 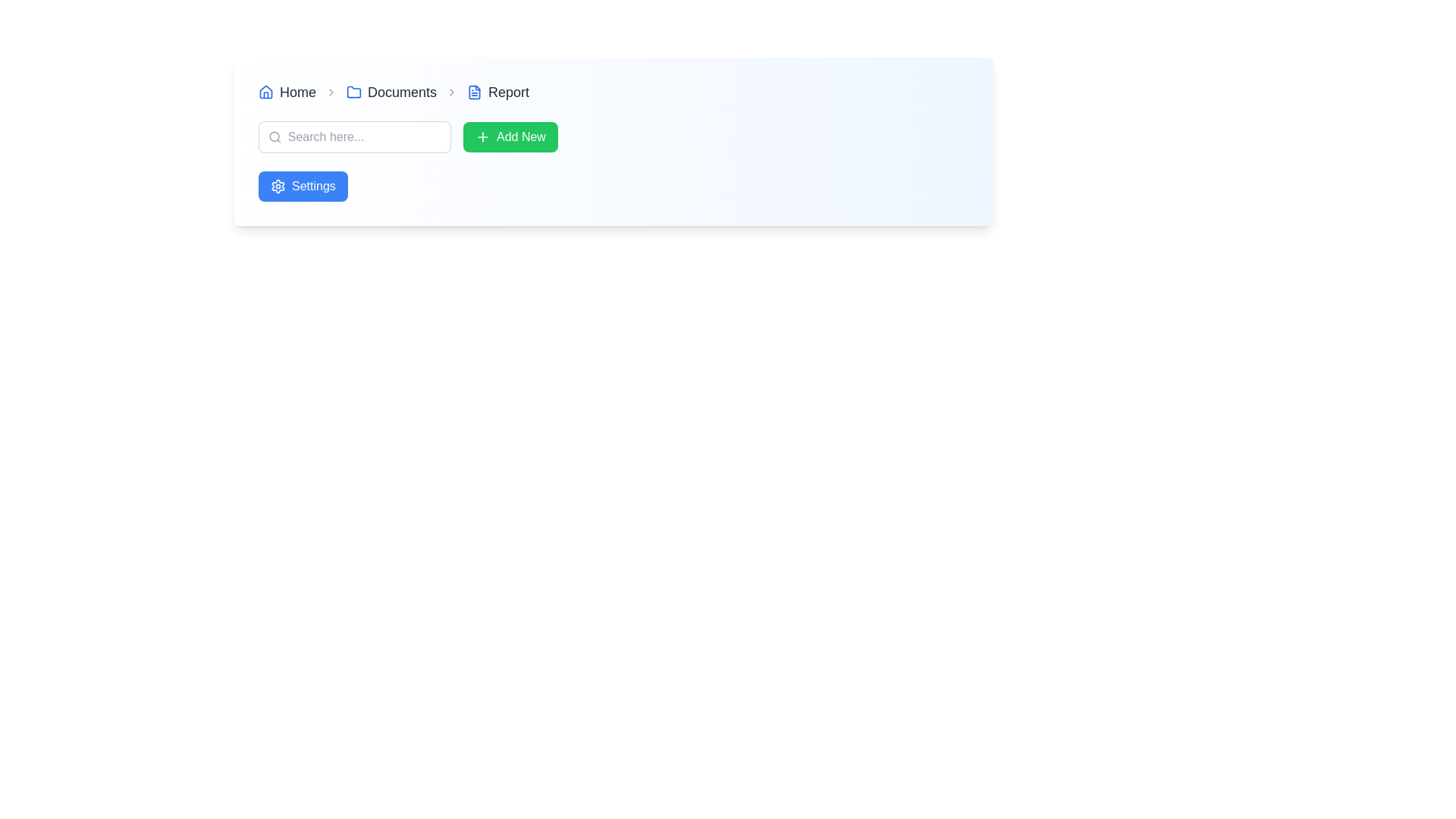 I want to click on the add new icon located within the green button labeled 'Add New' in the upper-right corner of the interface, so click(x=482, y=137).